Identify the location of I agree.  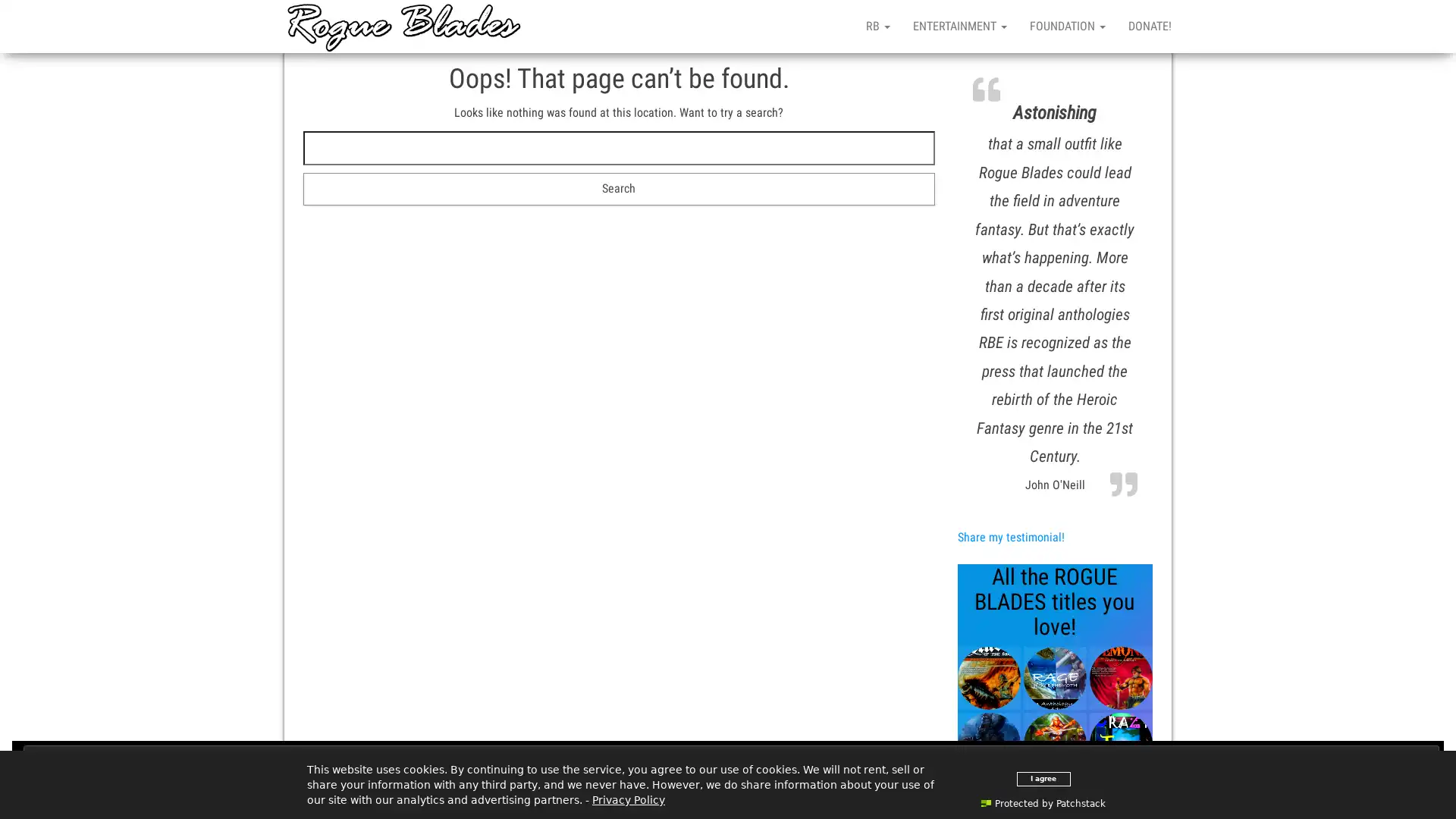
(1042, 778).